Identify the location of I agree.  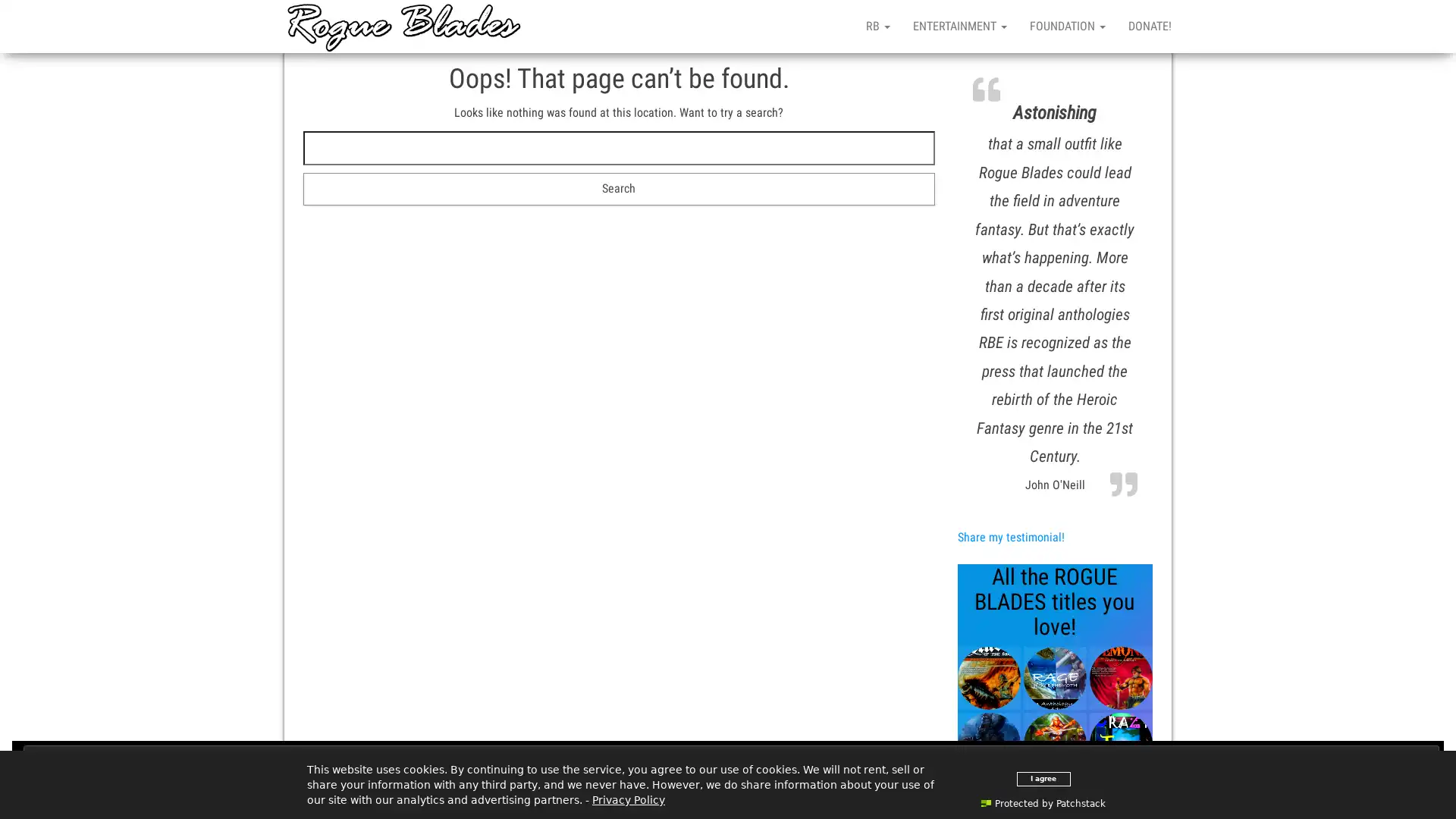
(1042, 778).